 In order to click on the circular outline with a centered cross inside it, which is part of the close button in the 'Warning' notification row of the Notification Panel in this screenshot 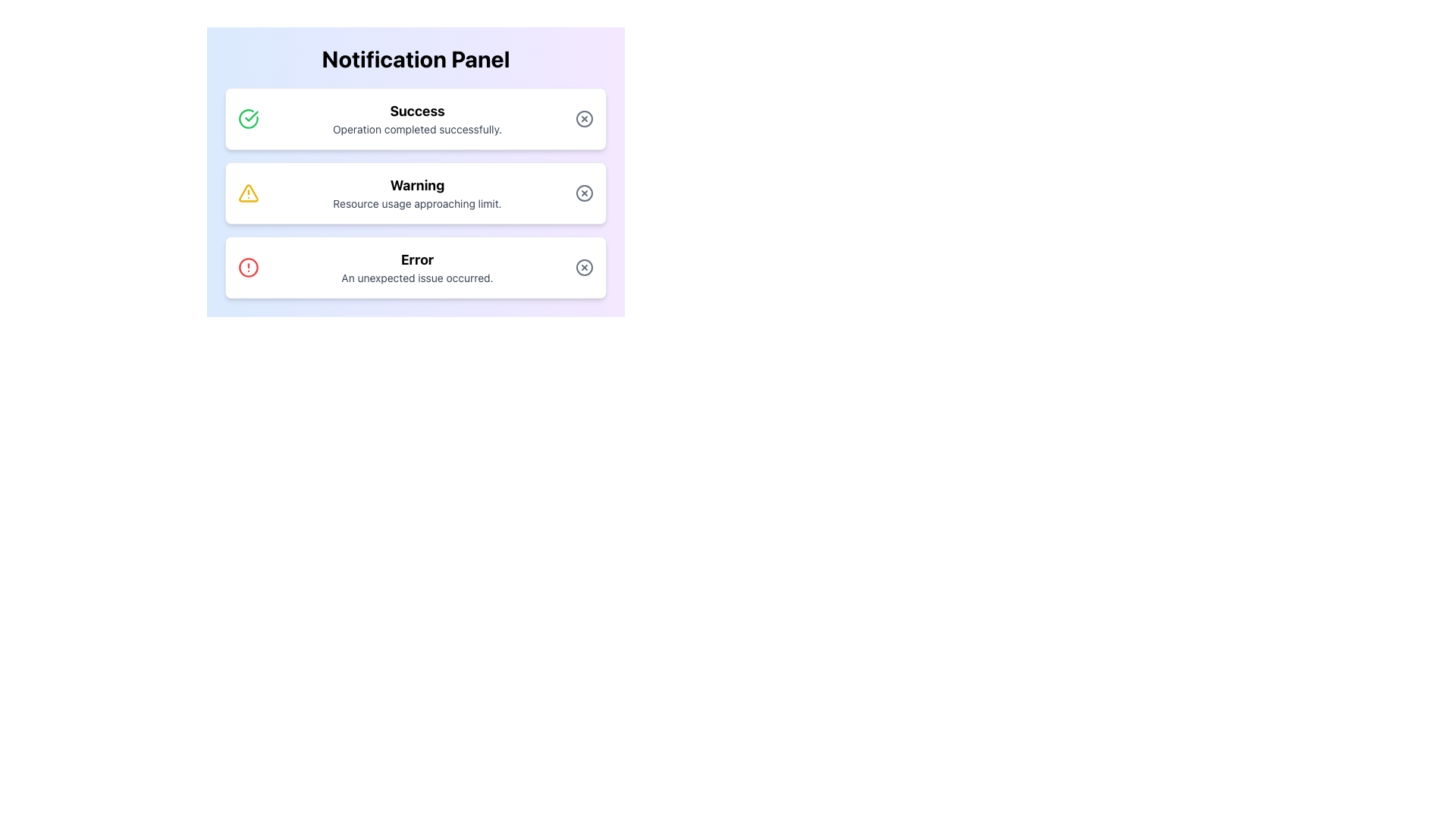, I will do `click(584, 192)`.